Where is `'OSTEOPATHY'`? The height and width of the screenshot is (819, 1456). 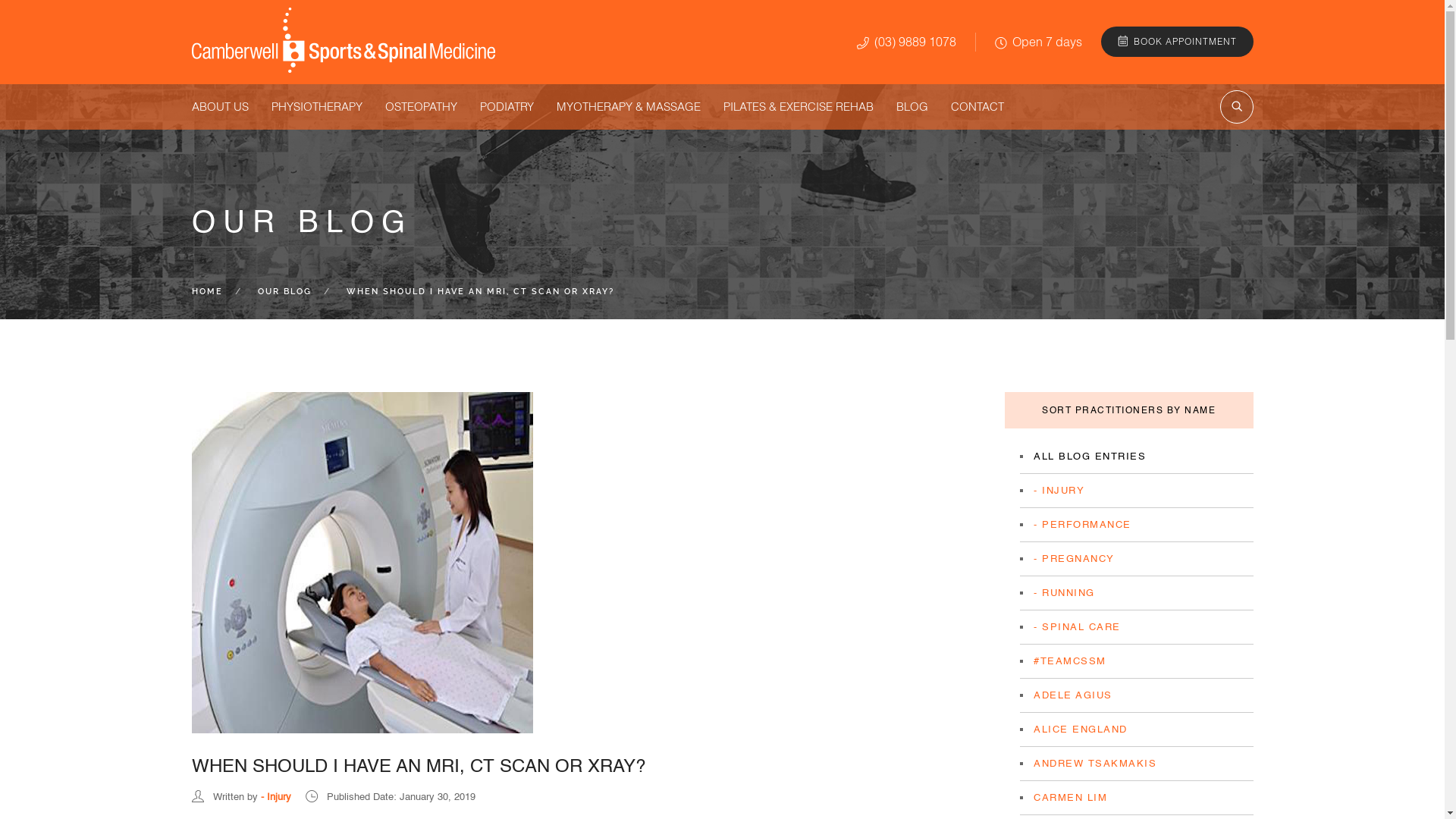
'OSTEOPATHY' is located at coordinates (421, 106).